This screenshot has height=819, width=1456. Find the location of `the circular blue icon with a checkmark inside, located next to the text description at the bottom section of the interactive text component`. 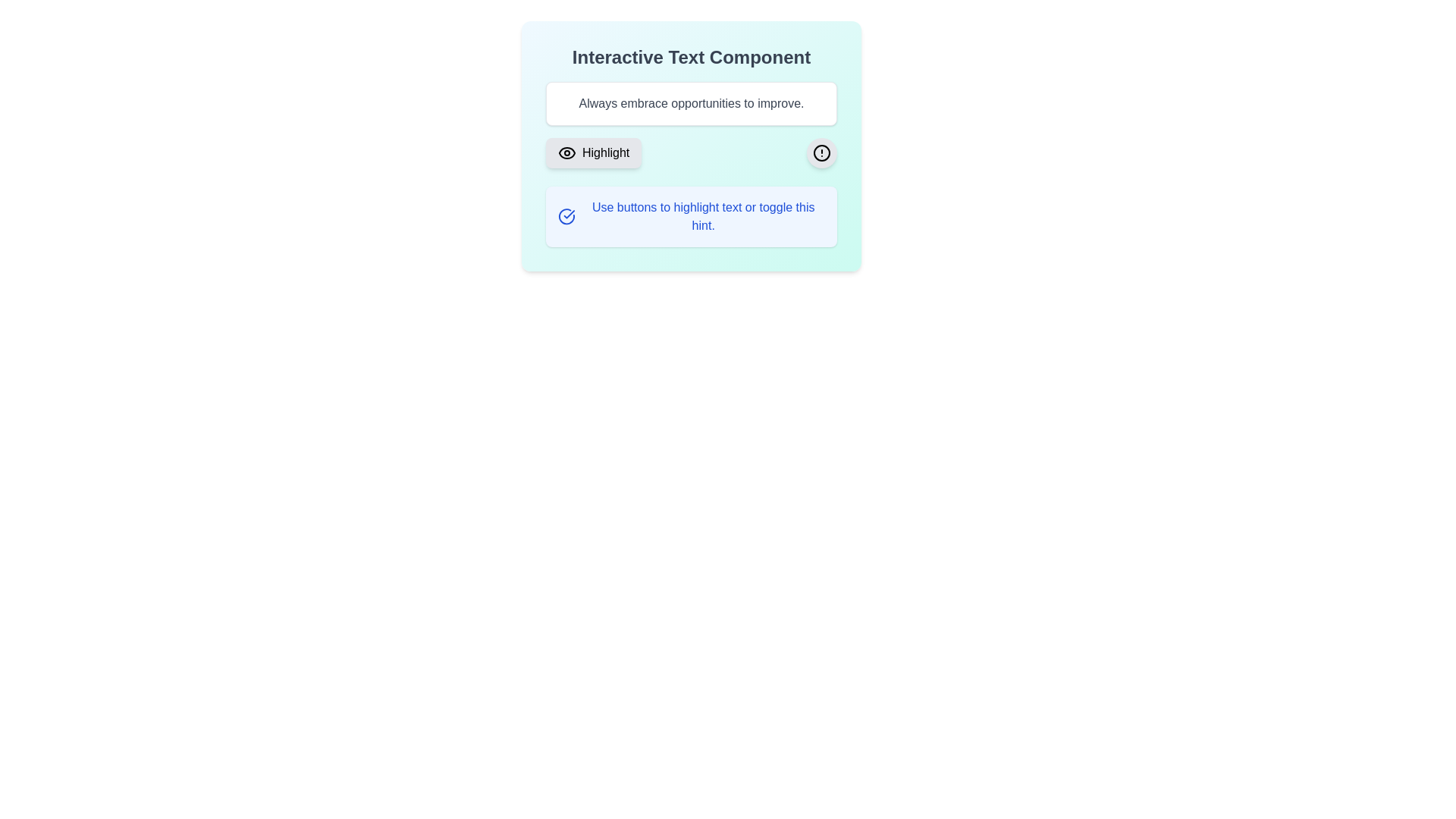

the circular blue icon with a checkmark inside, located next to the text description at the bottom section of the interactive text component is located at coordinates (566, 216).